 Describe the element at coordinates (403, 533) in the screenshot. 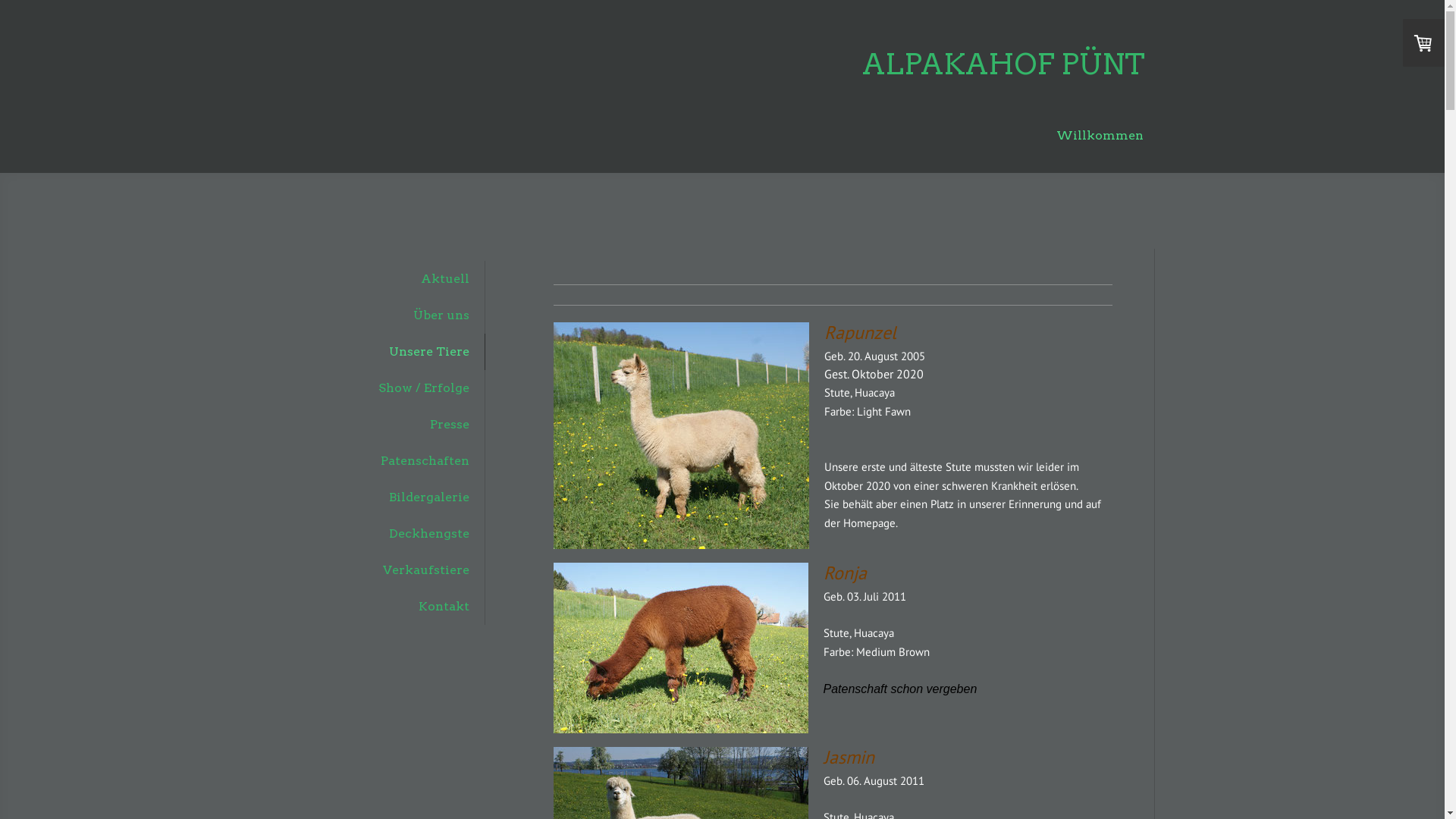

I see `'Deckhengste'` at that location.